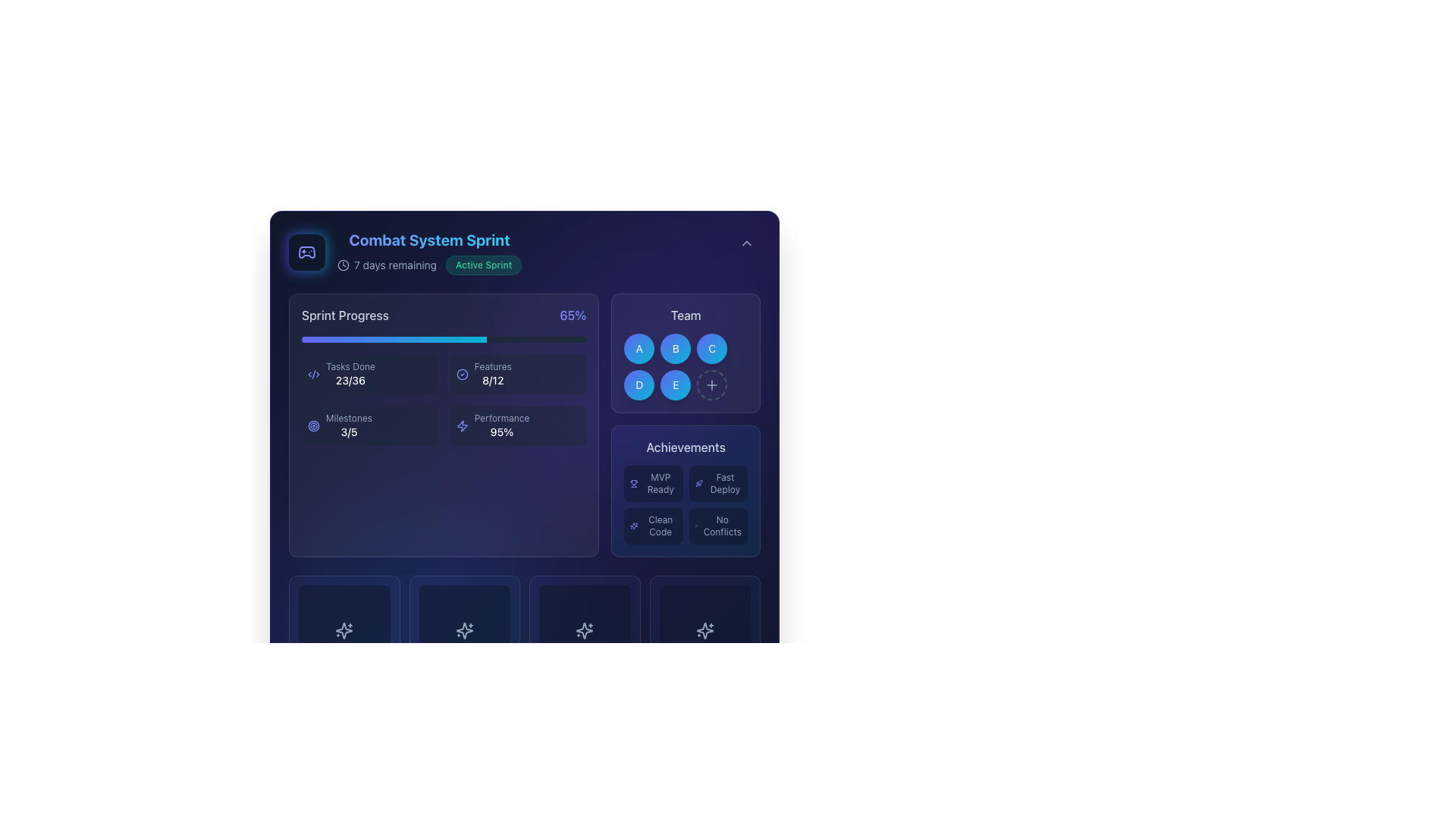  What do you see at coordinates (348, 432) in the screenshot?
I see `the text label displaying '3/5', which is styled in bold white font and located beneath the 'Milestones' label in the 'Sprint Progress' section` at bounding box center [348, 432].